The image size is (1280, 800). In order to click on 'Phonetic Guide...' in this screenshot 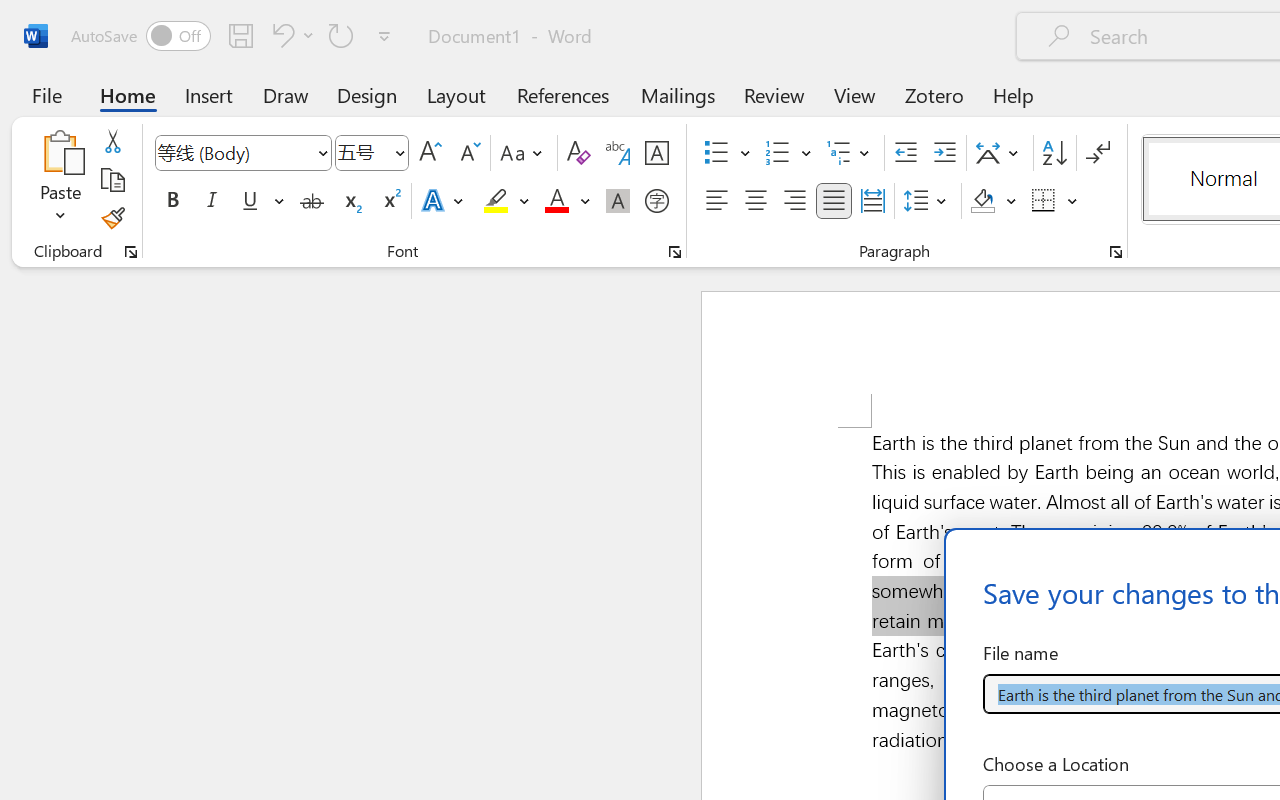, I will do `click(617, 153)`.